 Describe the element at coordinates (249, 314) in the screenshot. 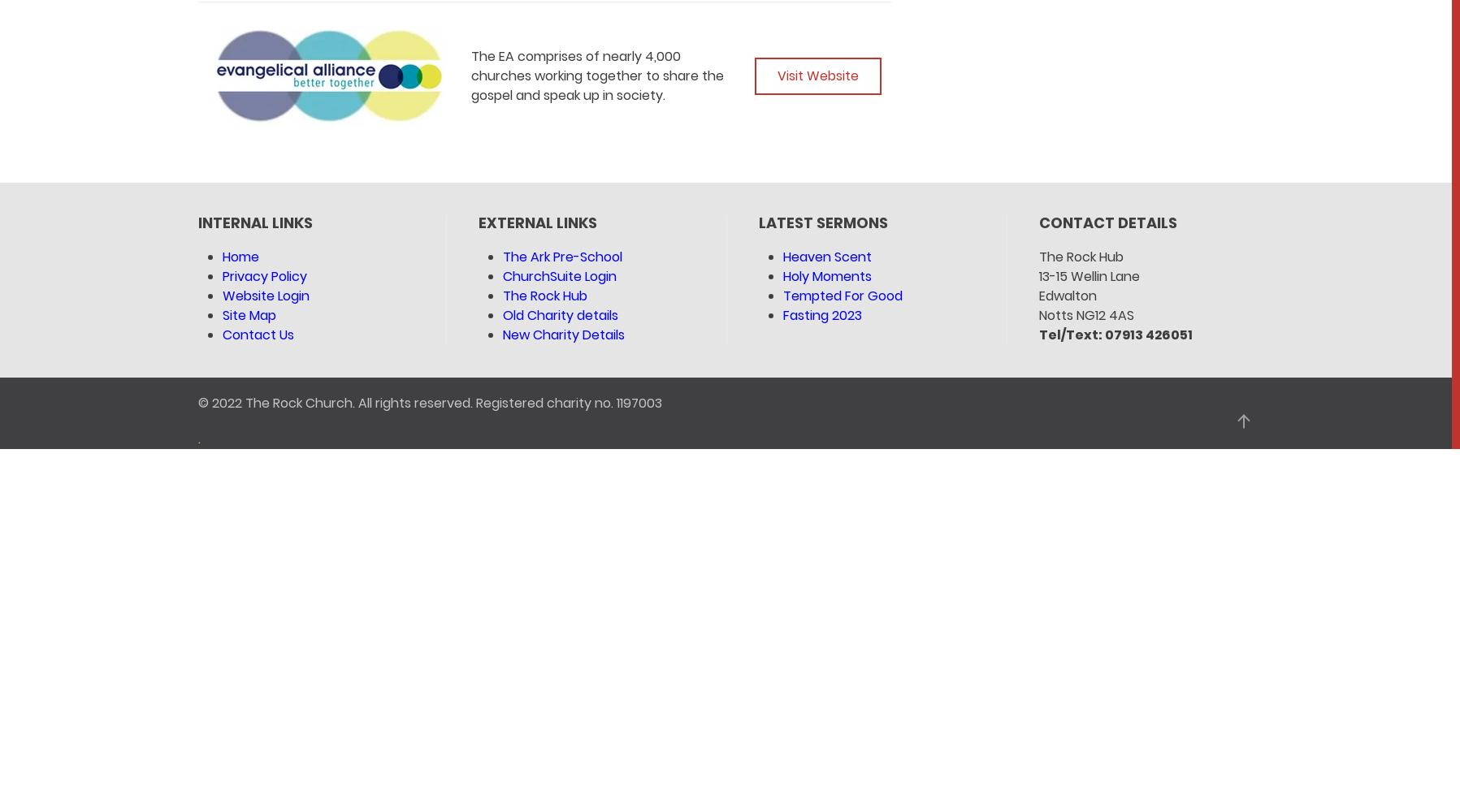

I see `'Site Map'` at that location.